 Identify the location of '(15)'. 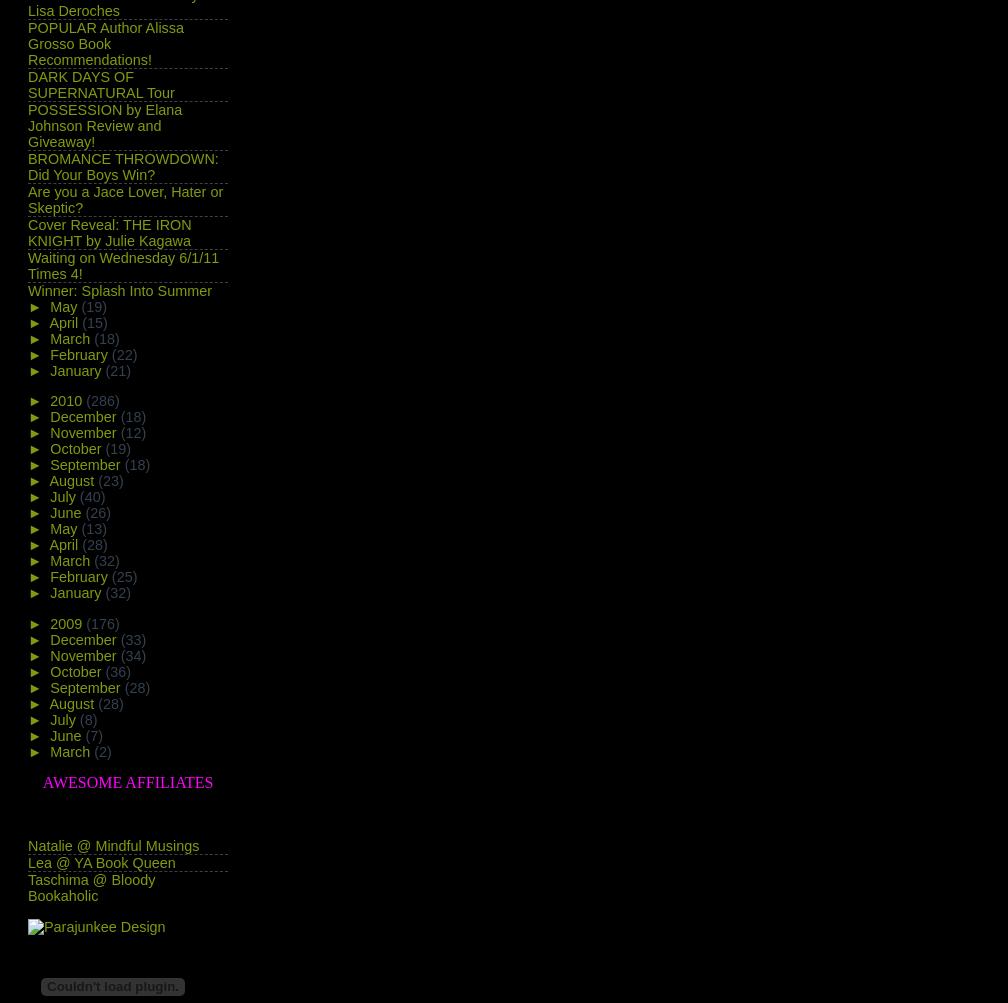
(81, 320).